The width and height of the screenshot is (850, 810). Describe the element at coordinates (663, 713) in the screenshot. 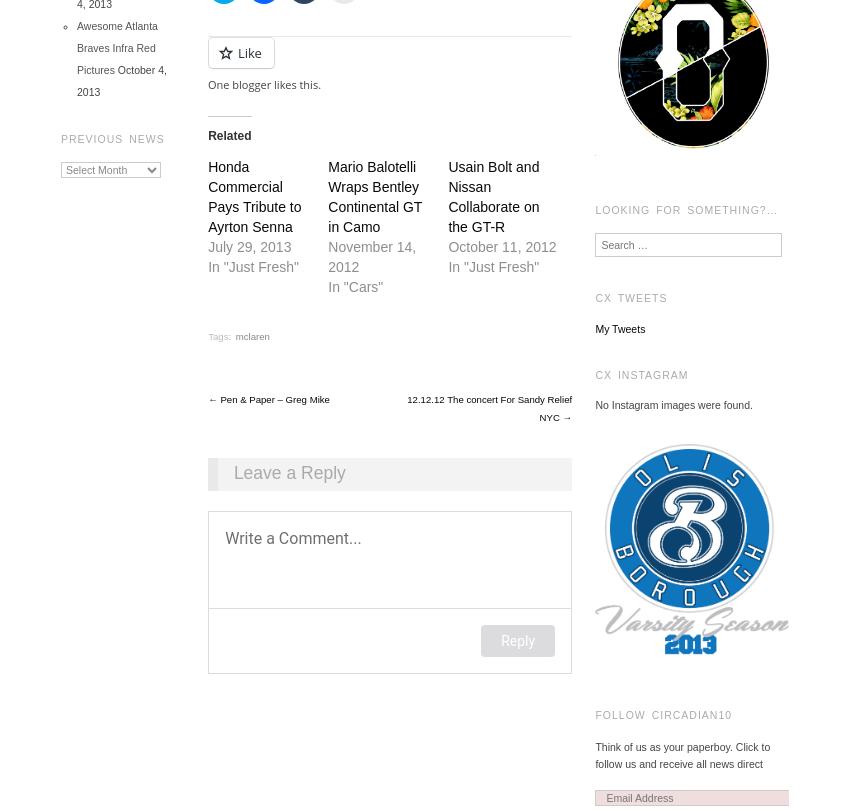

I see `'Follow Circadian10'` at that location.